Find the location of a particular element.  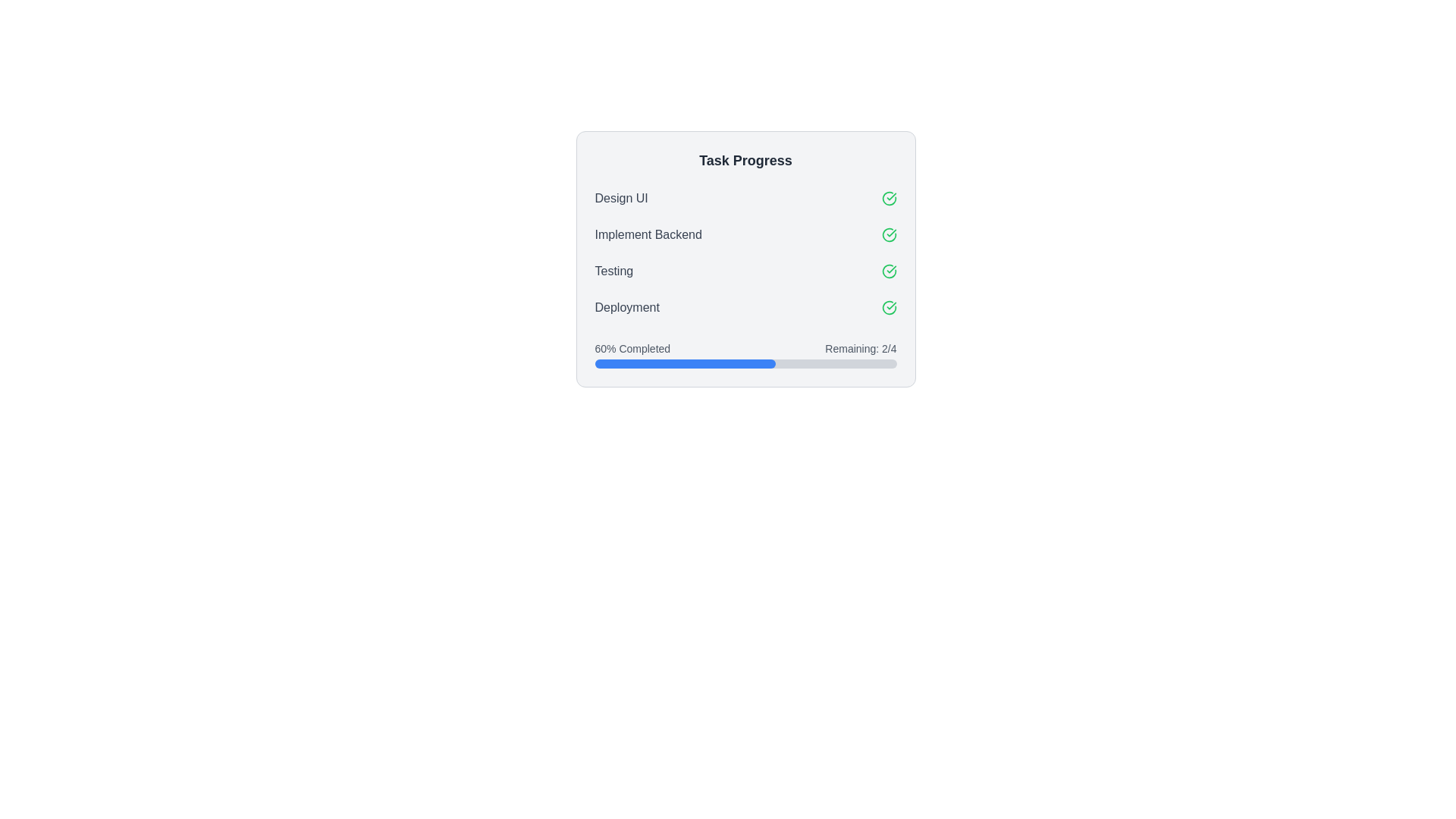

text label displaying '60% Completed' to comprehend the task progress, which is styled in a small gray font and is part of the progress indicator section near the progress bar is located at coordinates (632, 348).